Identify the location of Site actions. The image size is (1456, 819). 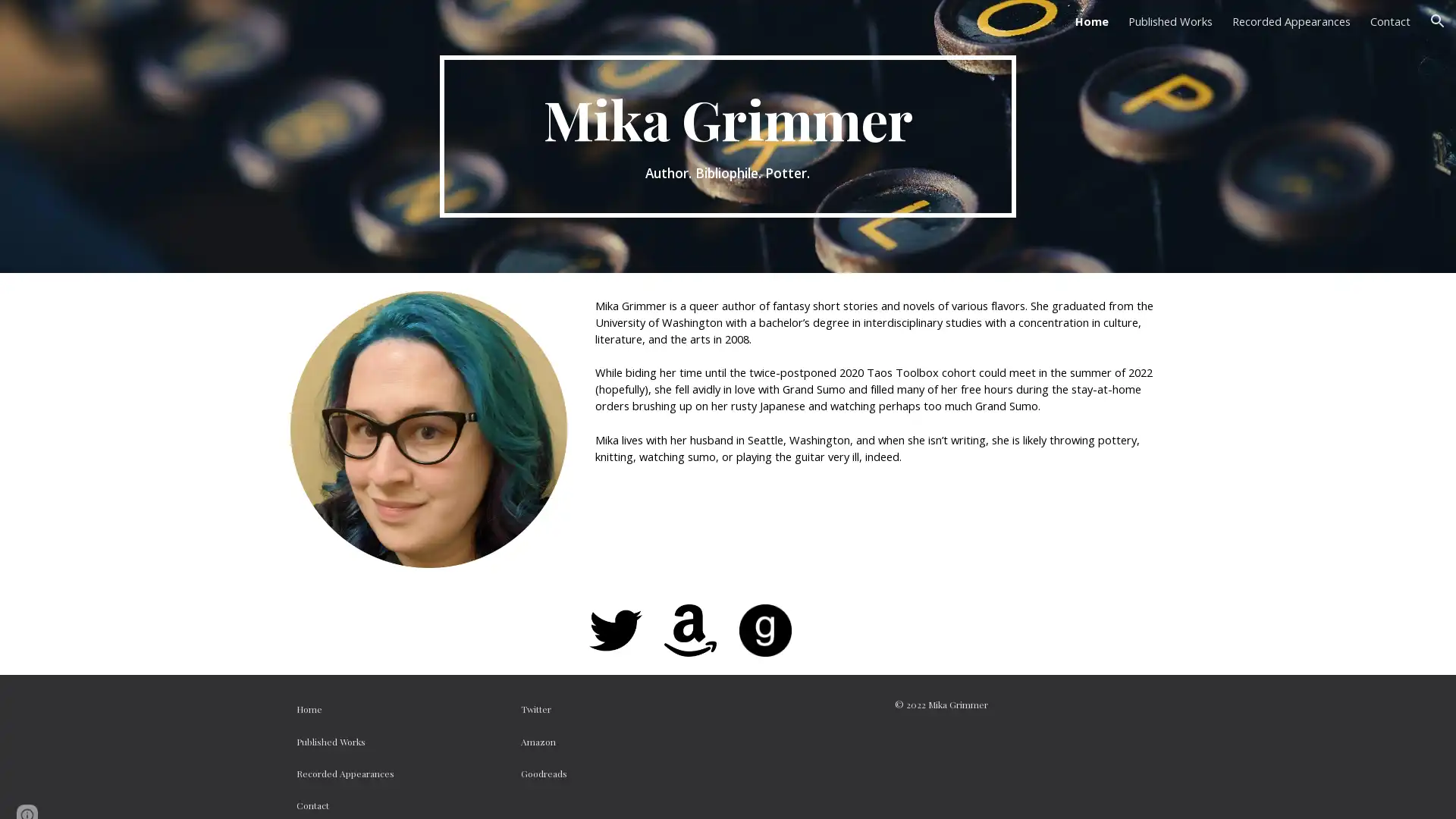
(27, 792).